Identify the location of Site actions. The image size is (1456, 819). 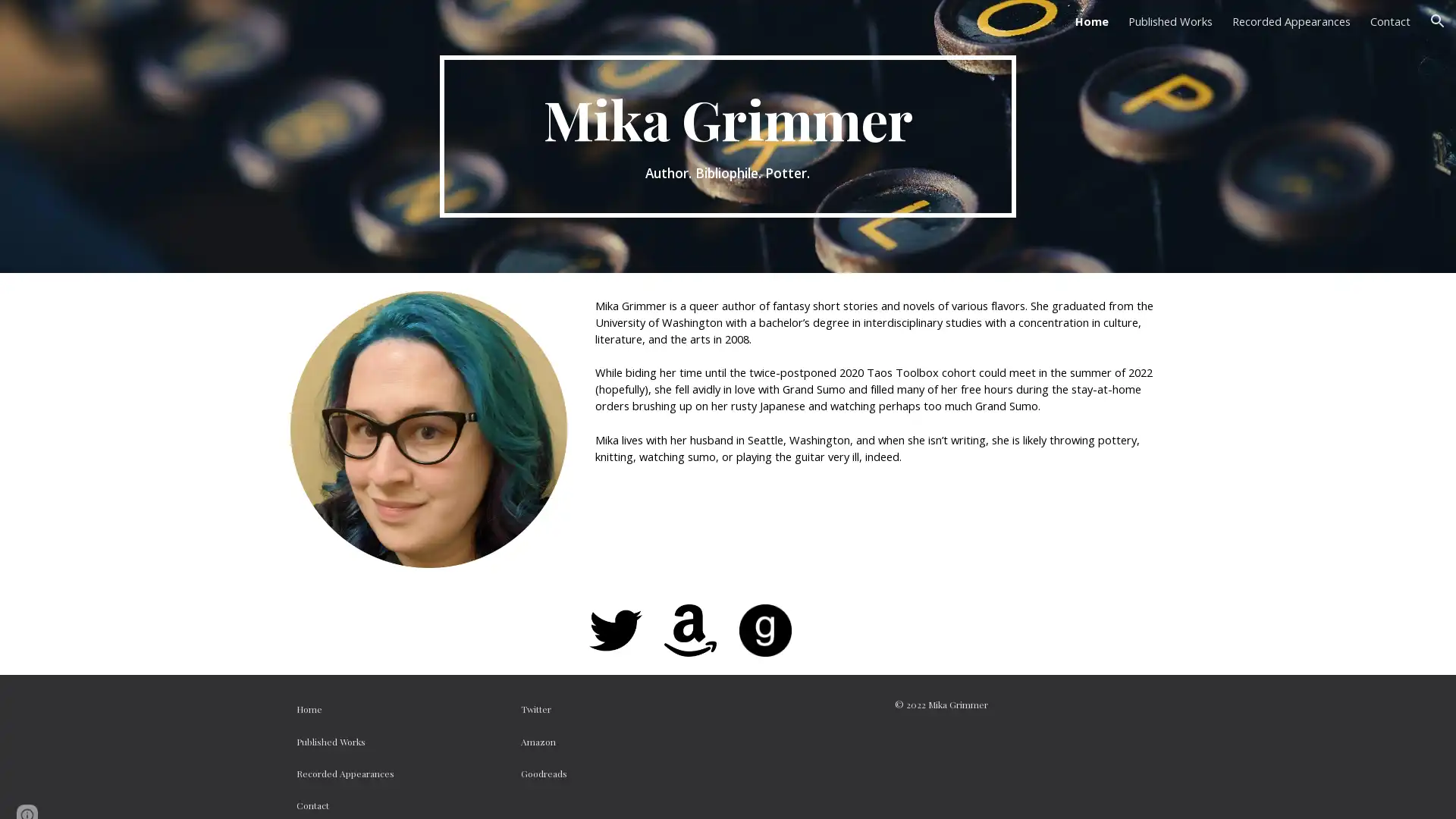
(27, 792).